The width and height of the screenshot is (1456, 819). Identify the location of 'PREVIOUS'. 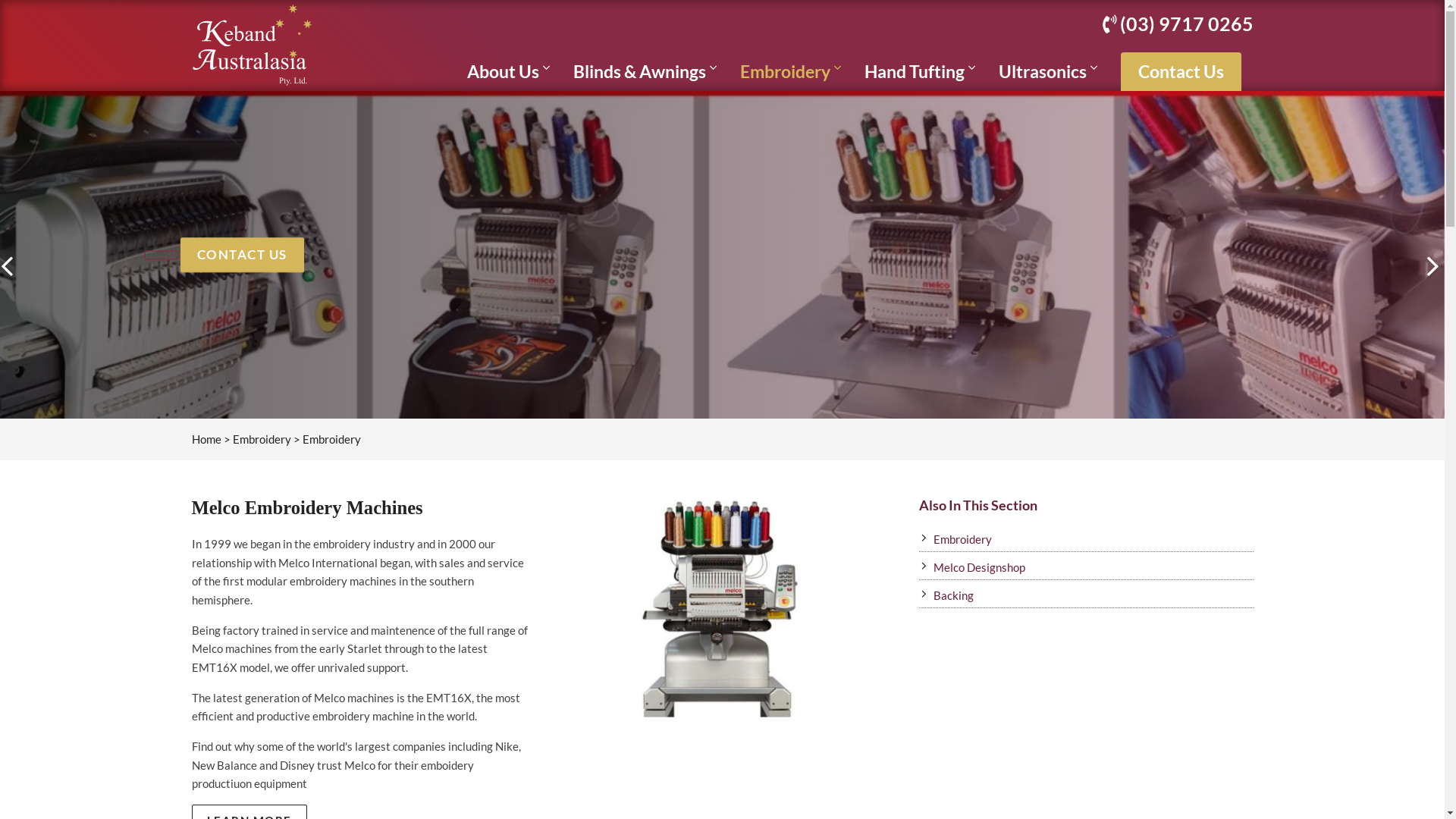
(0, 265).